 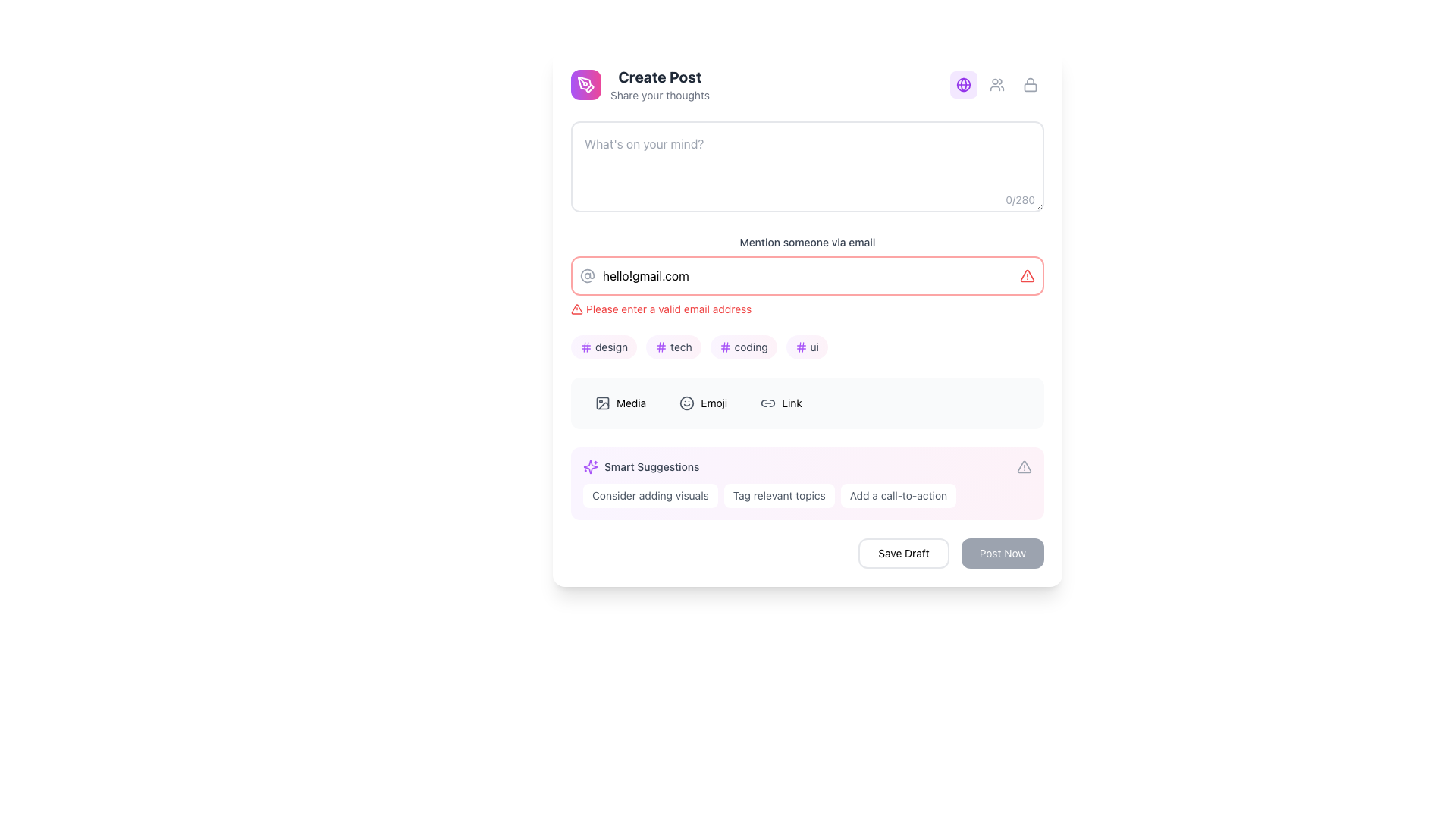 What do you see at coordinates (686, 403) in the screenshot?
I see `the smiley face icon located in the toolbar` at bounding box center [686, 403].